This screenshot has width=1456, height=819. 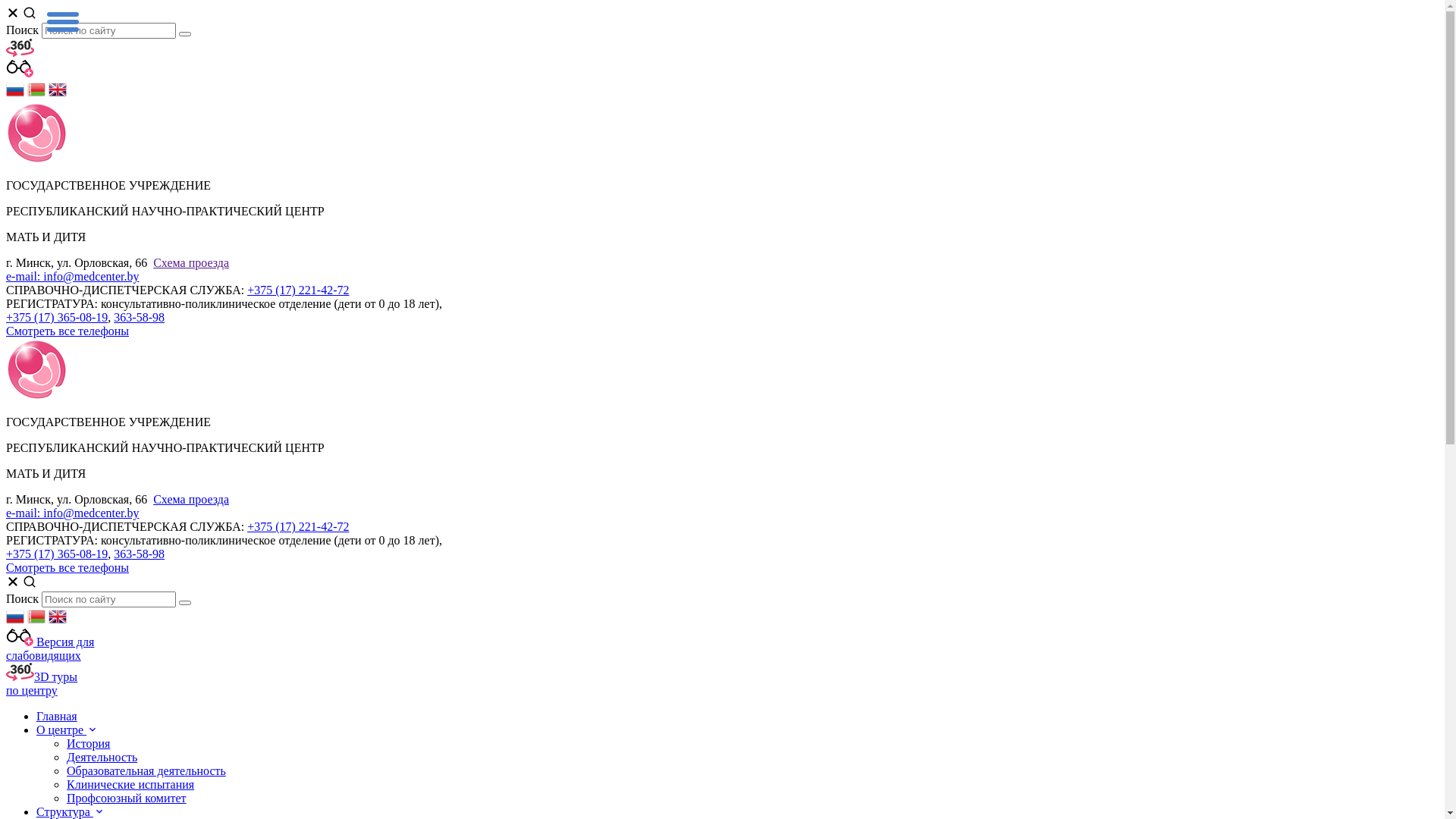 What do you see at coordinates (139, 554) in the screenshot?
I see `'363-58-98'` at bounding box center [139, 554].